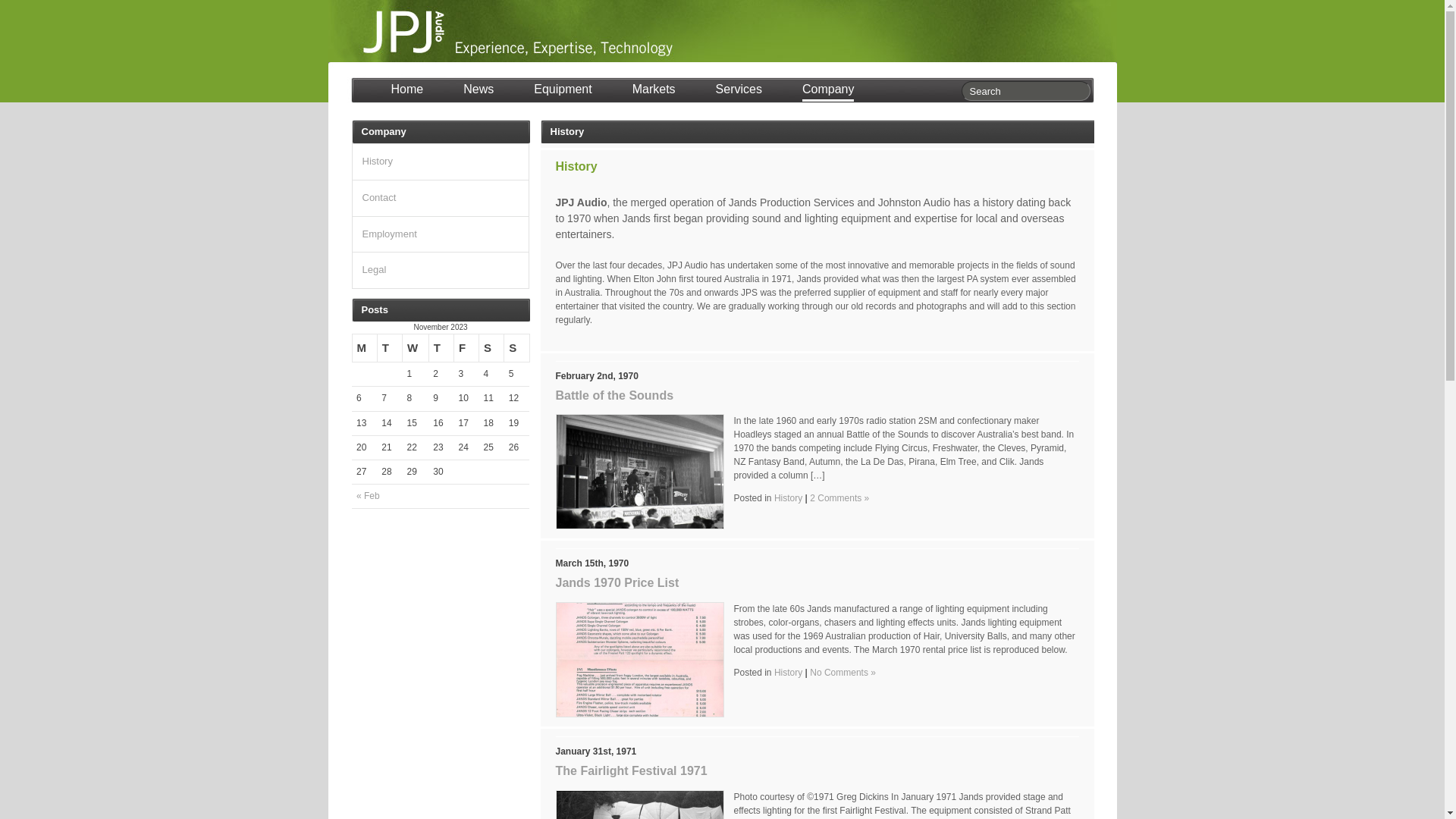 This screenshot has height=819, width=1456. What do you see at coordinates (534, 91) in the screenshot?
I see `'Equipment'` at bounding box center [534, 91].